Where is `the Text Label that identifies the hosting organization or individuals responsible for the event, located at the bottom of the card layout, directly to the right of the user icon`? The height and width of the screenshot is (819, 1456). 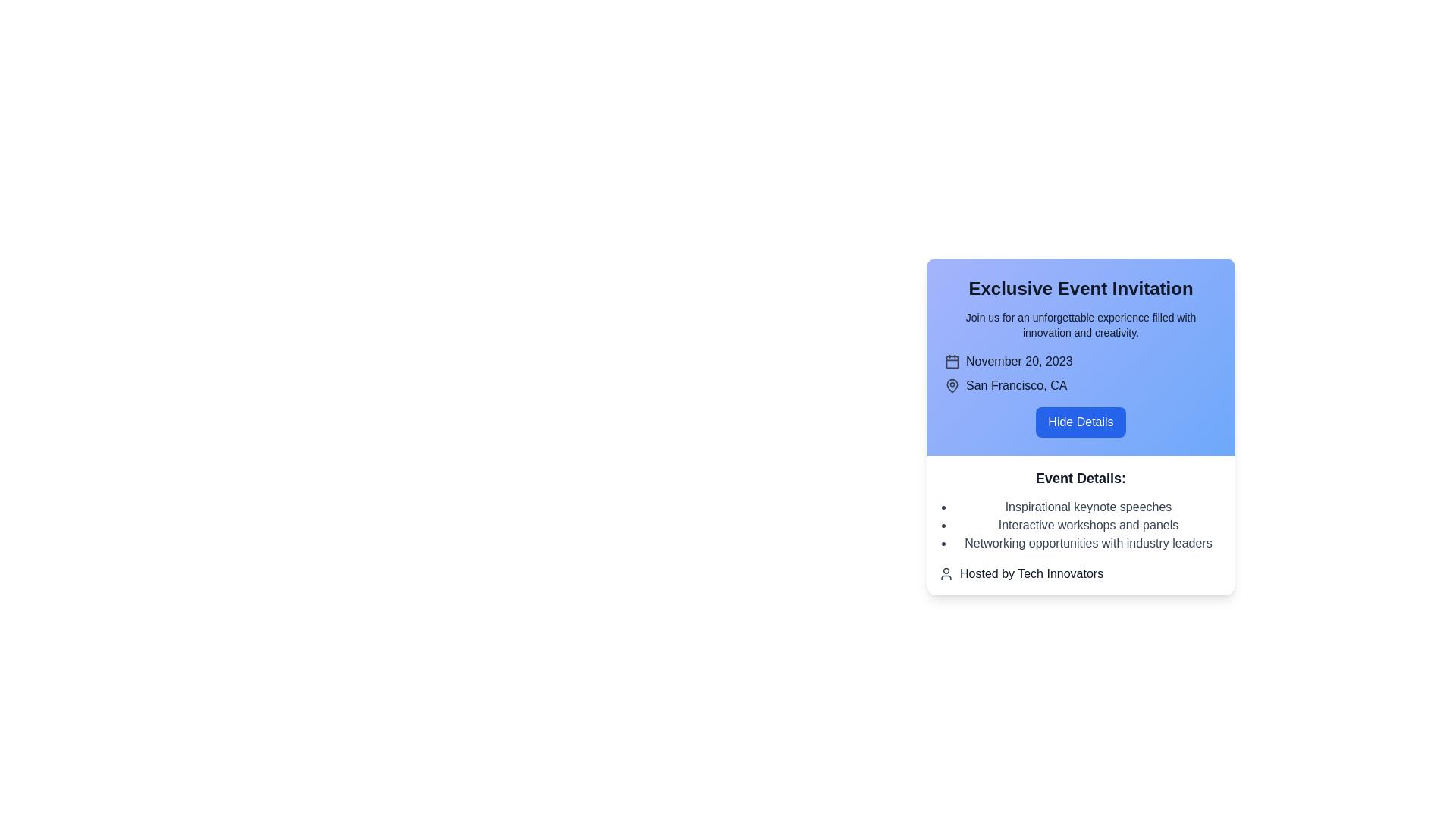
the Text Label that identifies the hosting organization or individuals responsible for the event, located at the bottom of the card layout, directly to the right of the user icon is located at coordinates (1031, 573).